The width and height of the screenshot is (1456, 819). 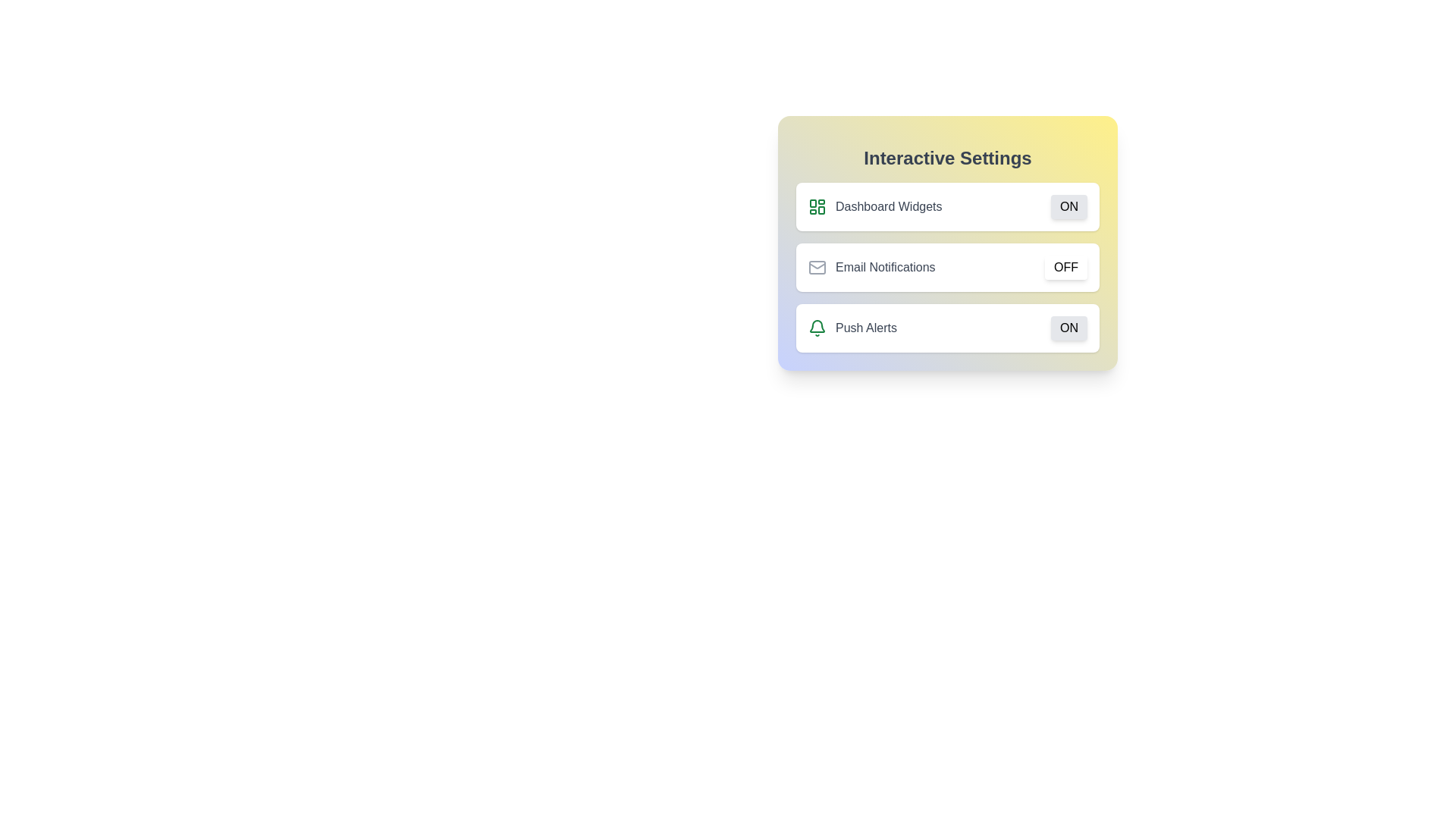 I want to click on the container of the setting Push Alerts, so click(x=946, y=327).